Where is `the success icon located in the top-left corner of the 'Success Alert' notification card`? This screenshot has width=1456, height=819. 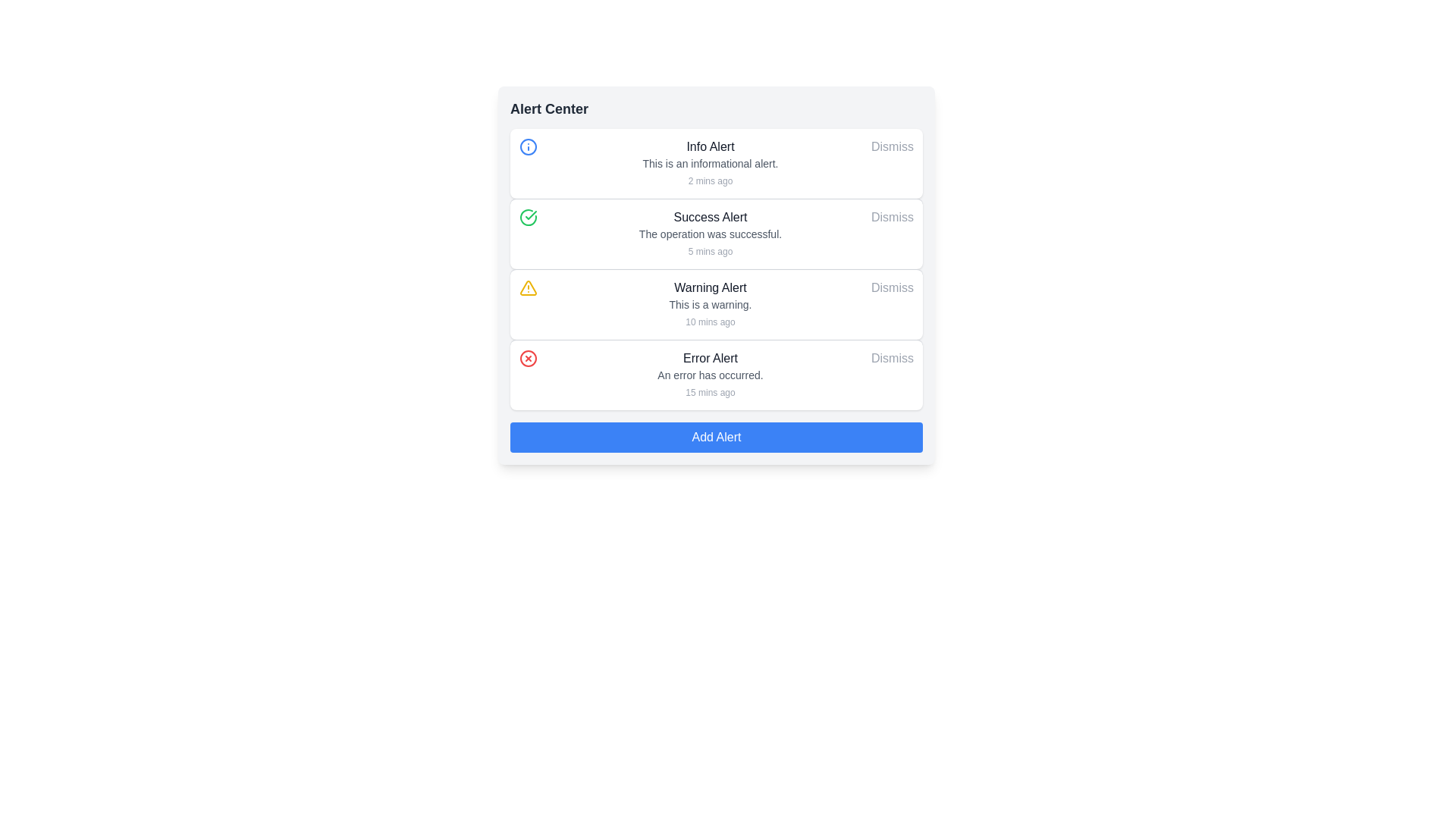
the success icon located in the top-left corner of the 'Success Alert' notification card is located at coordinates (528, 217).